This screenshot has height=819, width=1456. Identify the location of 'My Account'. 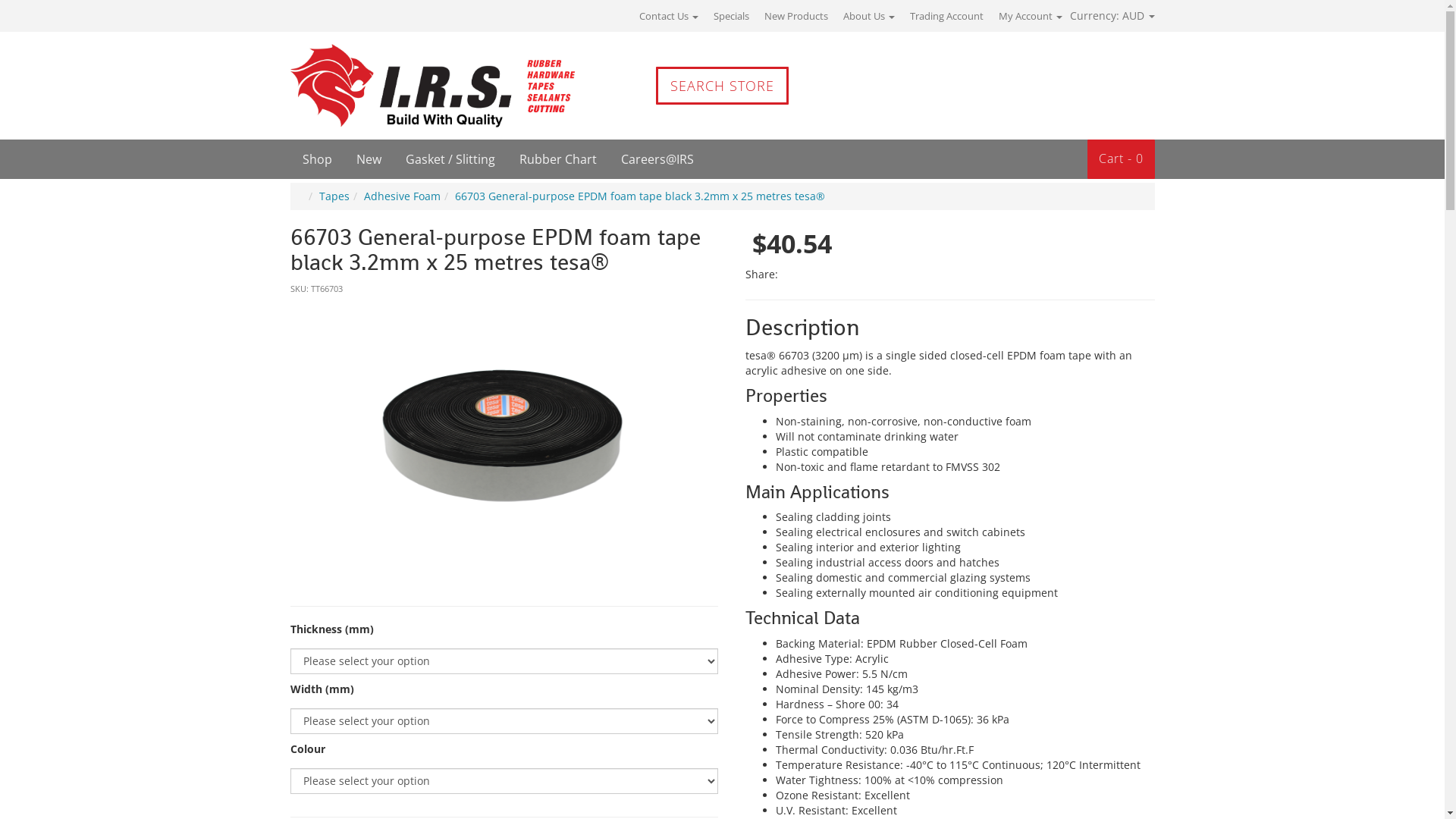
(1030, 15).